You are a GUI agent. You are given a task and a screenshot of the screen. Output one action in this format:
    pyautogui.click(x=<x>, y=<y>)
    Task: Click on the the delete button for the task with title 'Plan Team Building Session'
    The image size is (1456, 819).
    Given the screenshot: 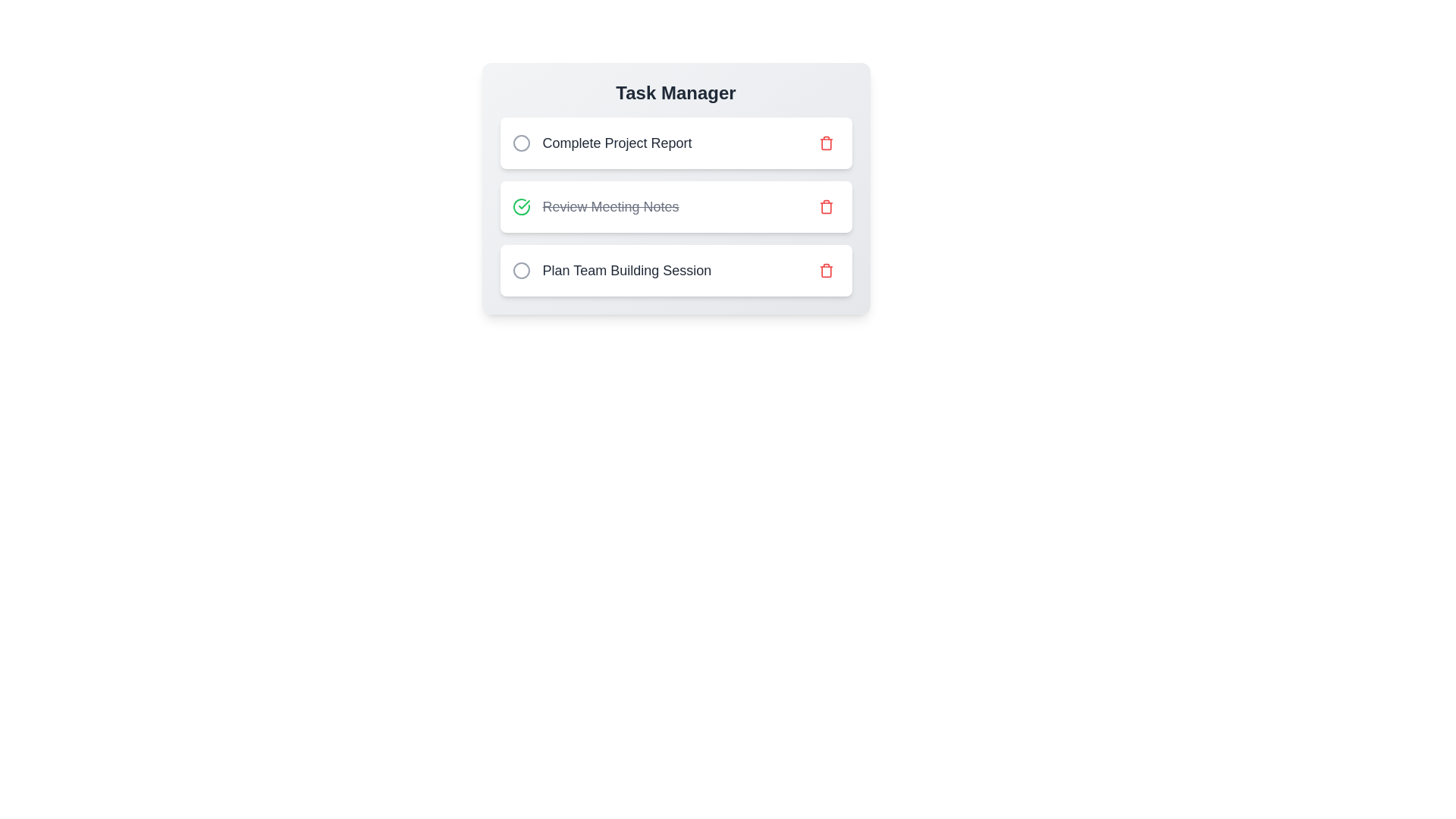 What is the action you would take?
    pyautogui.click(x=825, y=270)
    